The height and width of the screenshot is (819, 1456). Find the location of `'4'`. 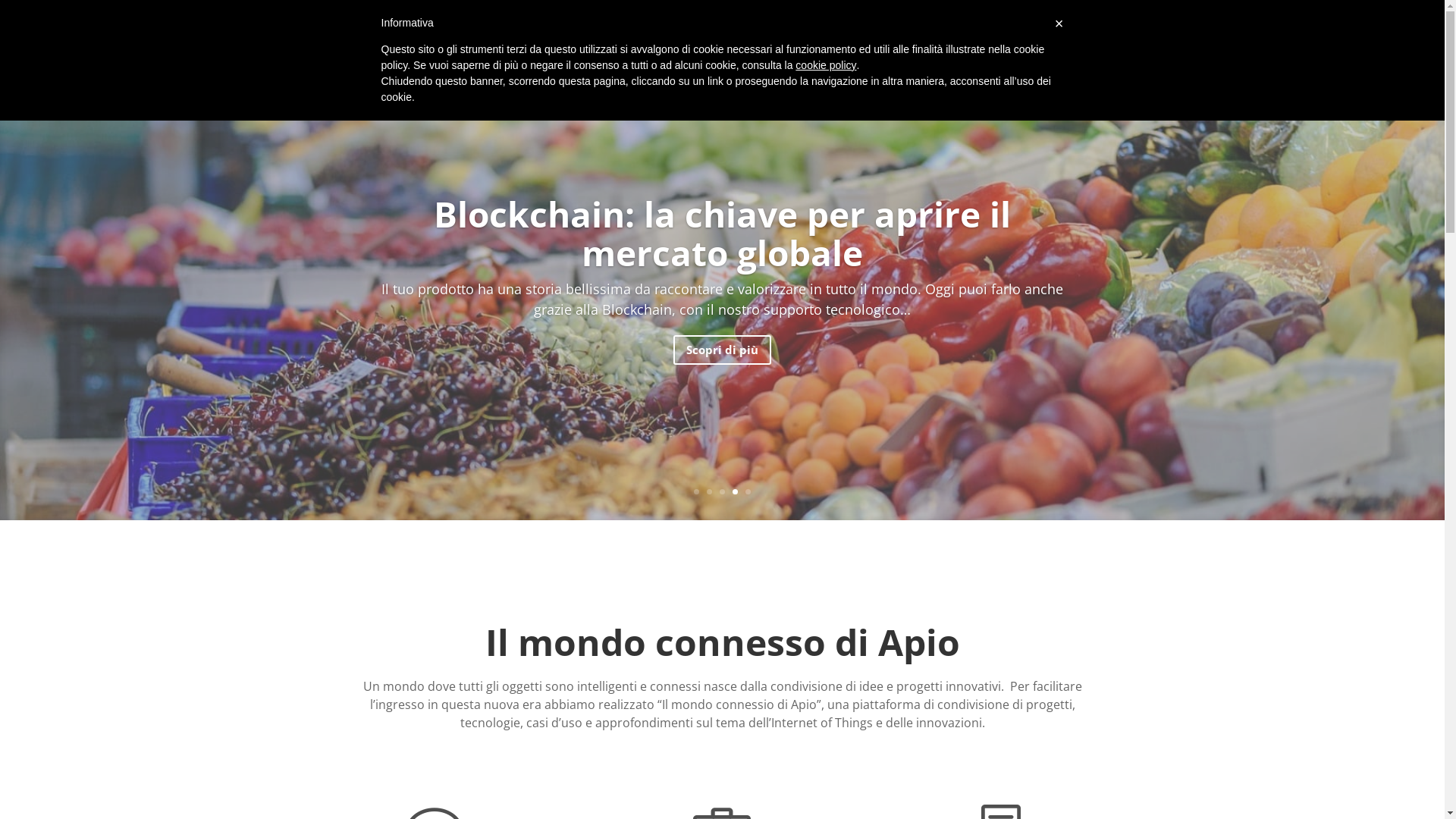

'4' is located at coordinates (735, 491).